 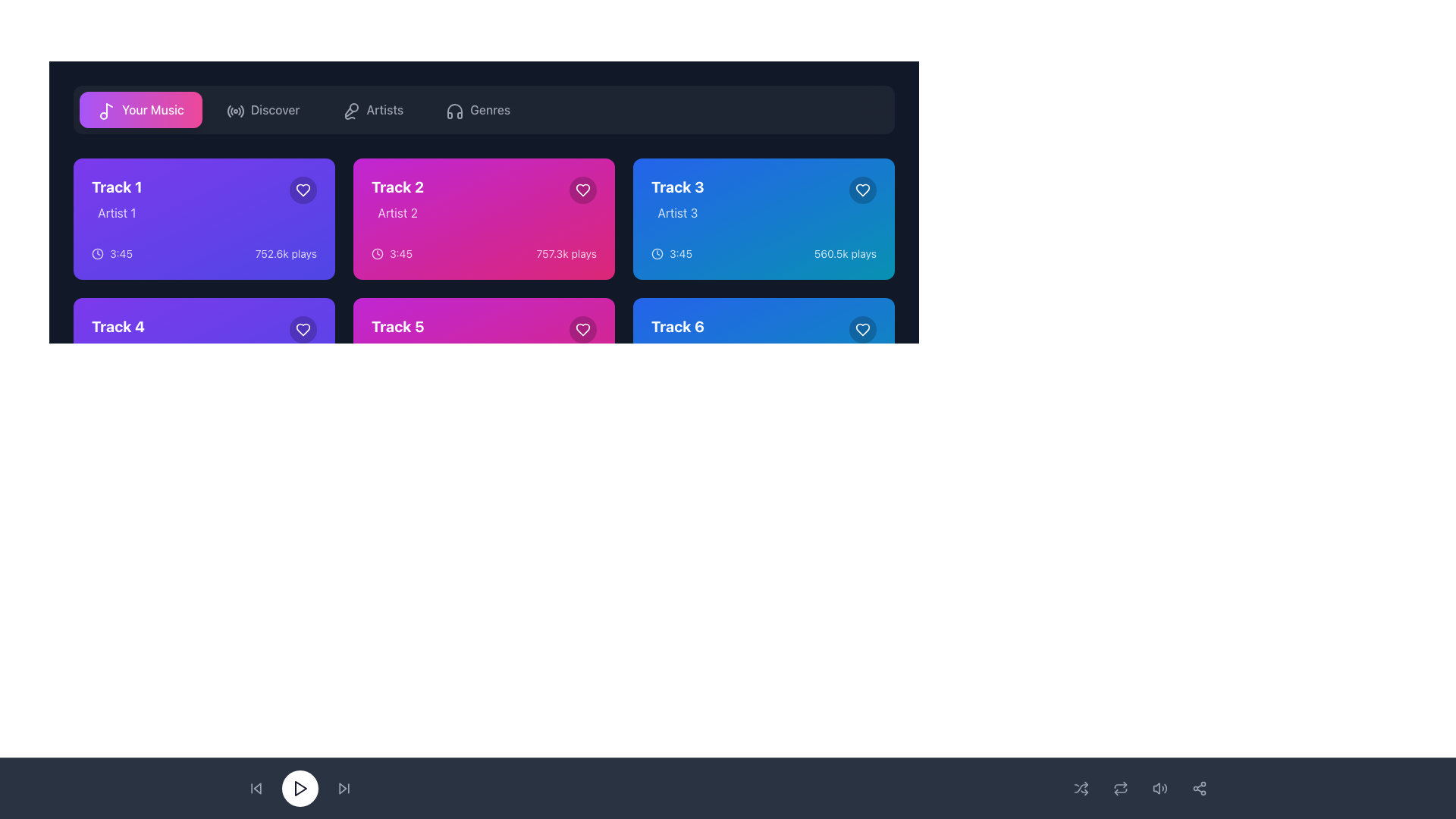 I want to click on the text label that serves as the title of the track, located above the 'Artist 5' text in the card positioned in the second row and first column of the grid layout, so click(x=397, y=326).